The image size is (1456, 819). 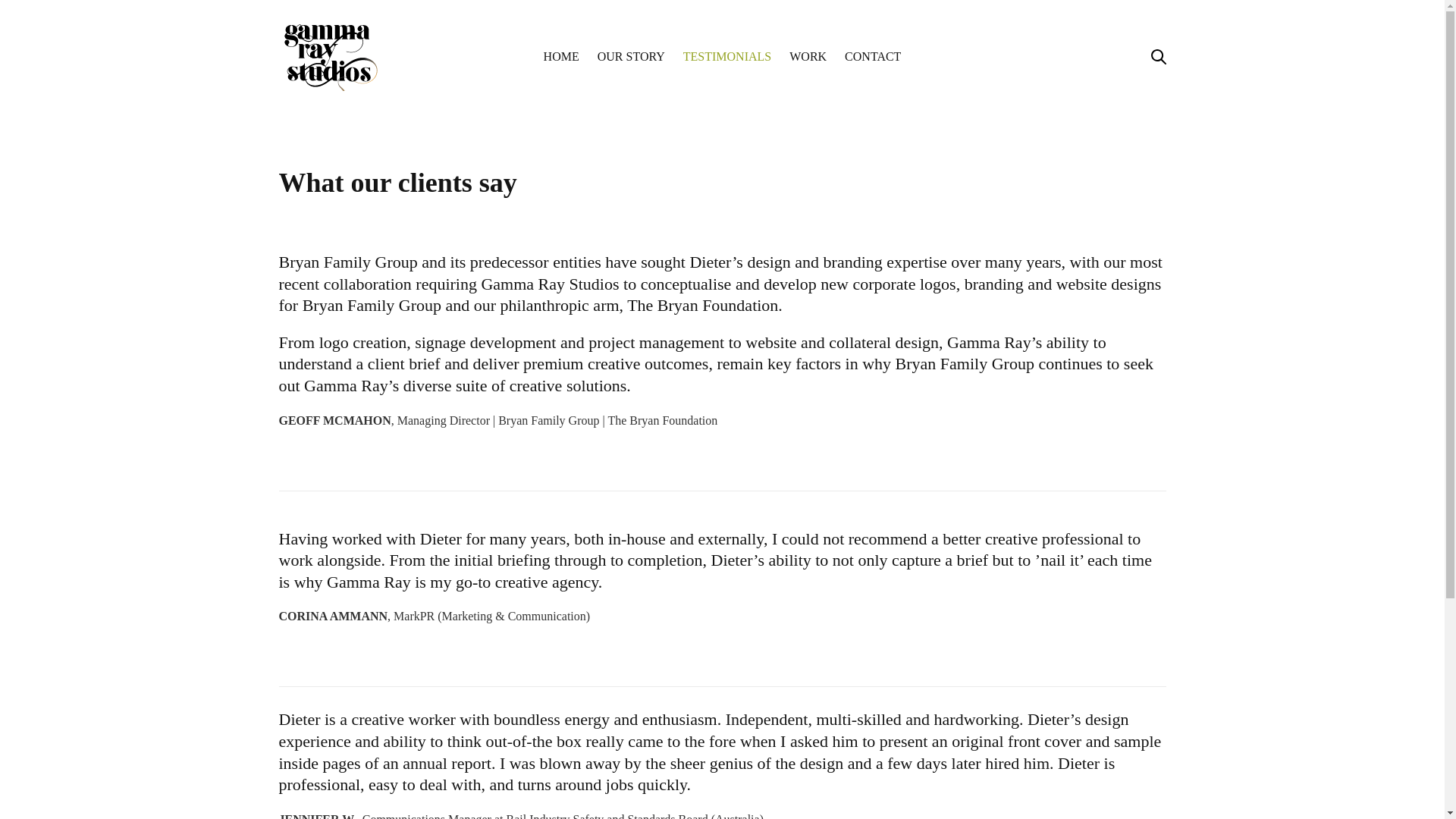 What do you see at coordinates (631, 55) in the screenshot?
I see `'OUR STORY'` at bounding box center [631, 55].